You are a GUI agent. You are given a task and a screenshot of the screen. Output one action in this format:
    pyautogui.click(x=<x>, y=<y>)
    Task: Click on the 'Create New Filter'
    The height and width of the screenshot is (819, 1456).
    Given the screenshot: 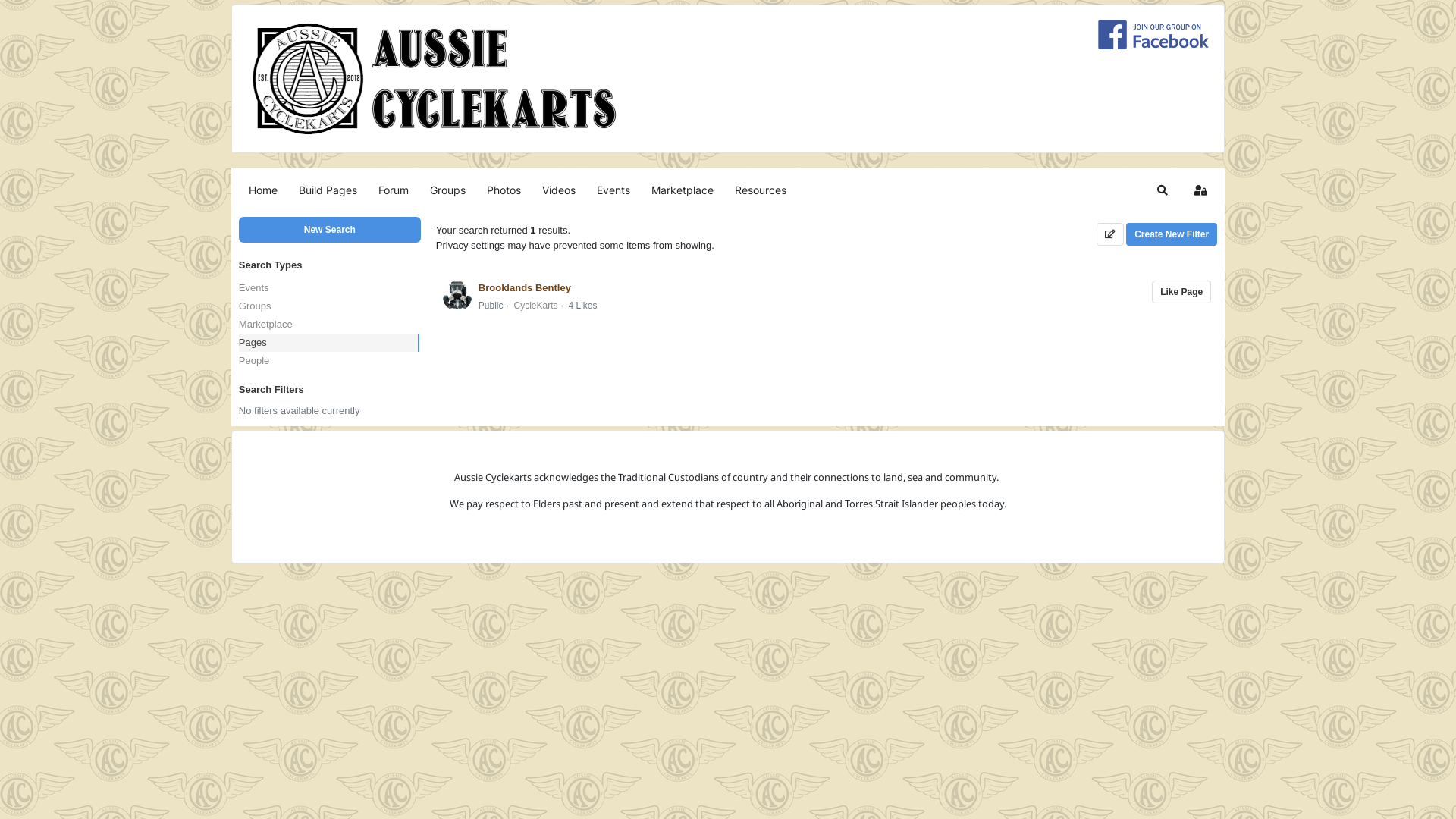 What is the action you would take?
    pyautogui.click(x=1125, y=234)
    